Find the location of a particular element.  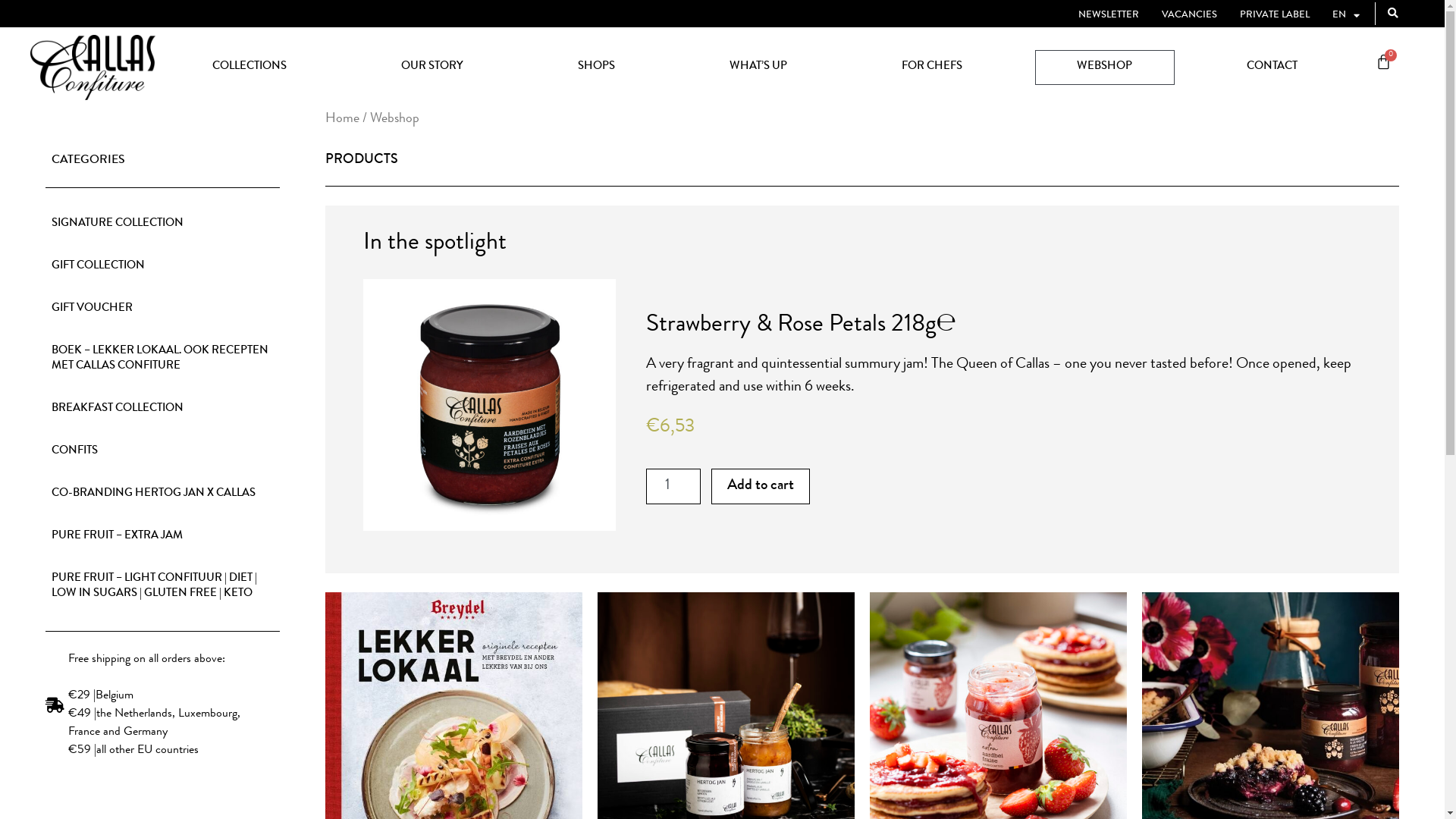

'PRIVATE LABEL' is located at coordinates (1274, 15).